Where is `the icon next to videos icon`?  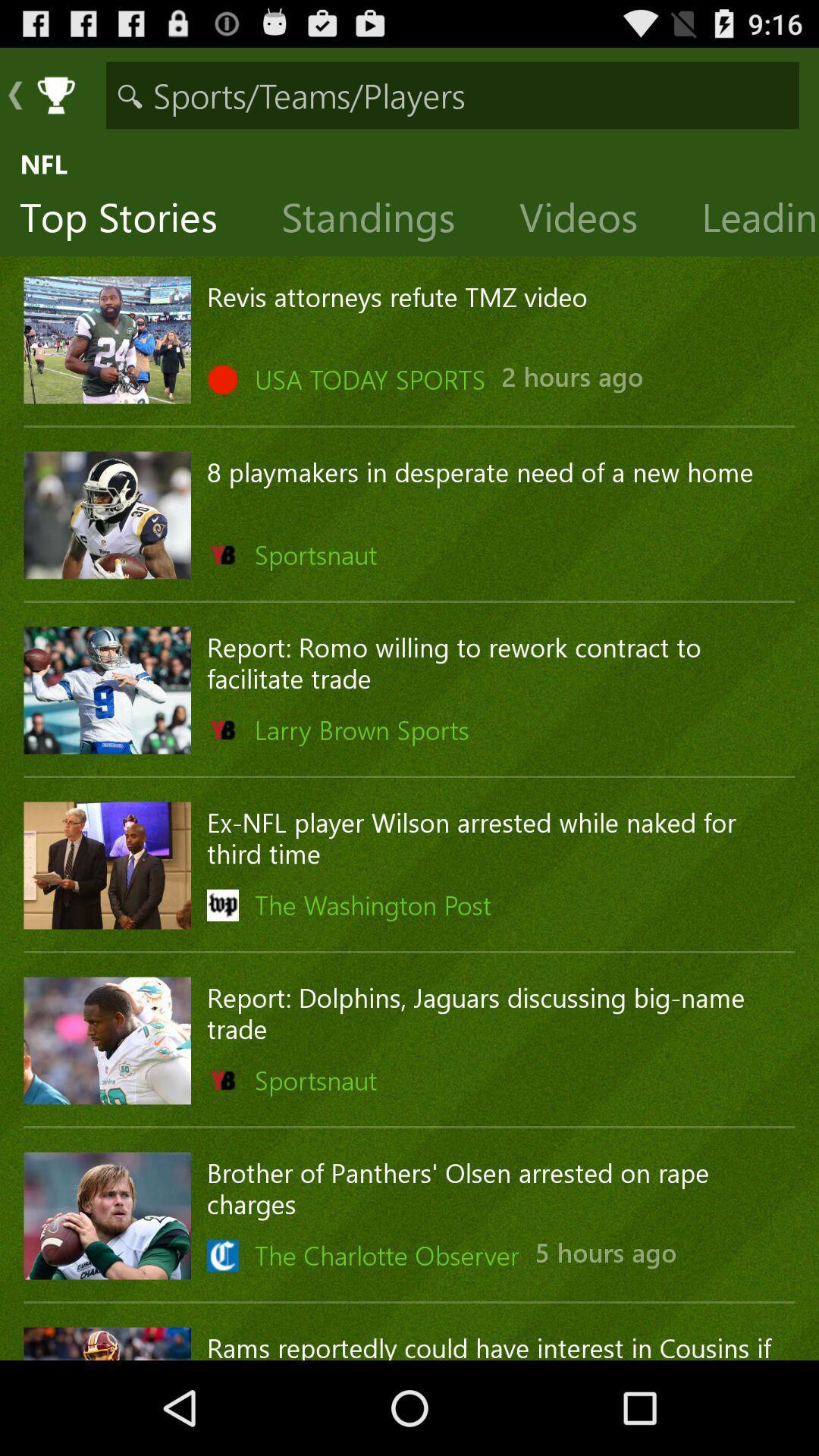
the icon next to videos icon is located at coordinates (749, 220).